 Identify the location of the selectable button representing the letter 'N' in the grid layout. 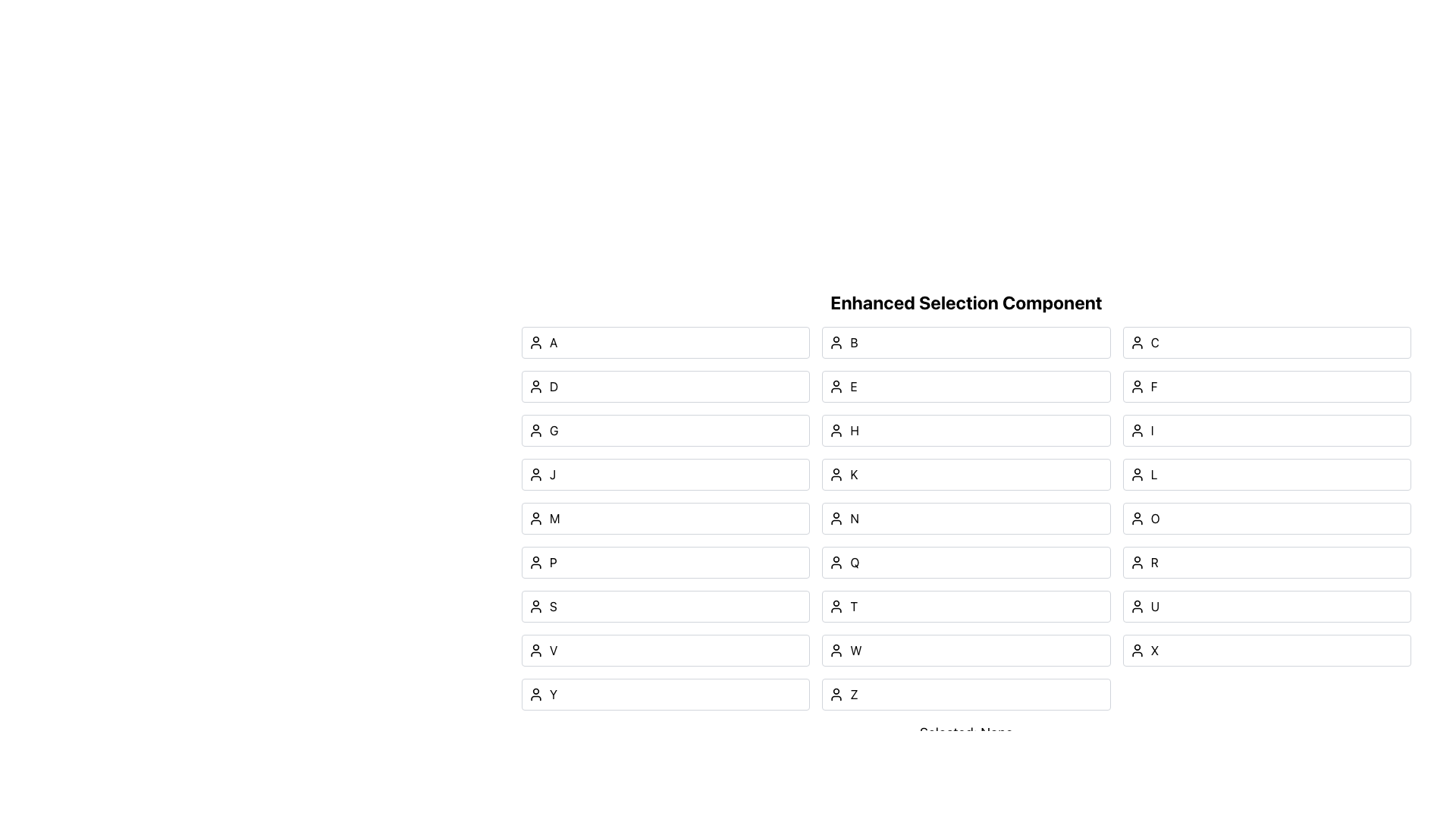
(965, 517).